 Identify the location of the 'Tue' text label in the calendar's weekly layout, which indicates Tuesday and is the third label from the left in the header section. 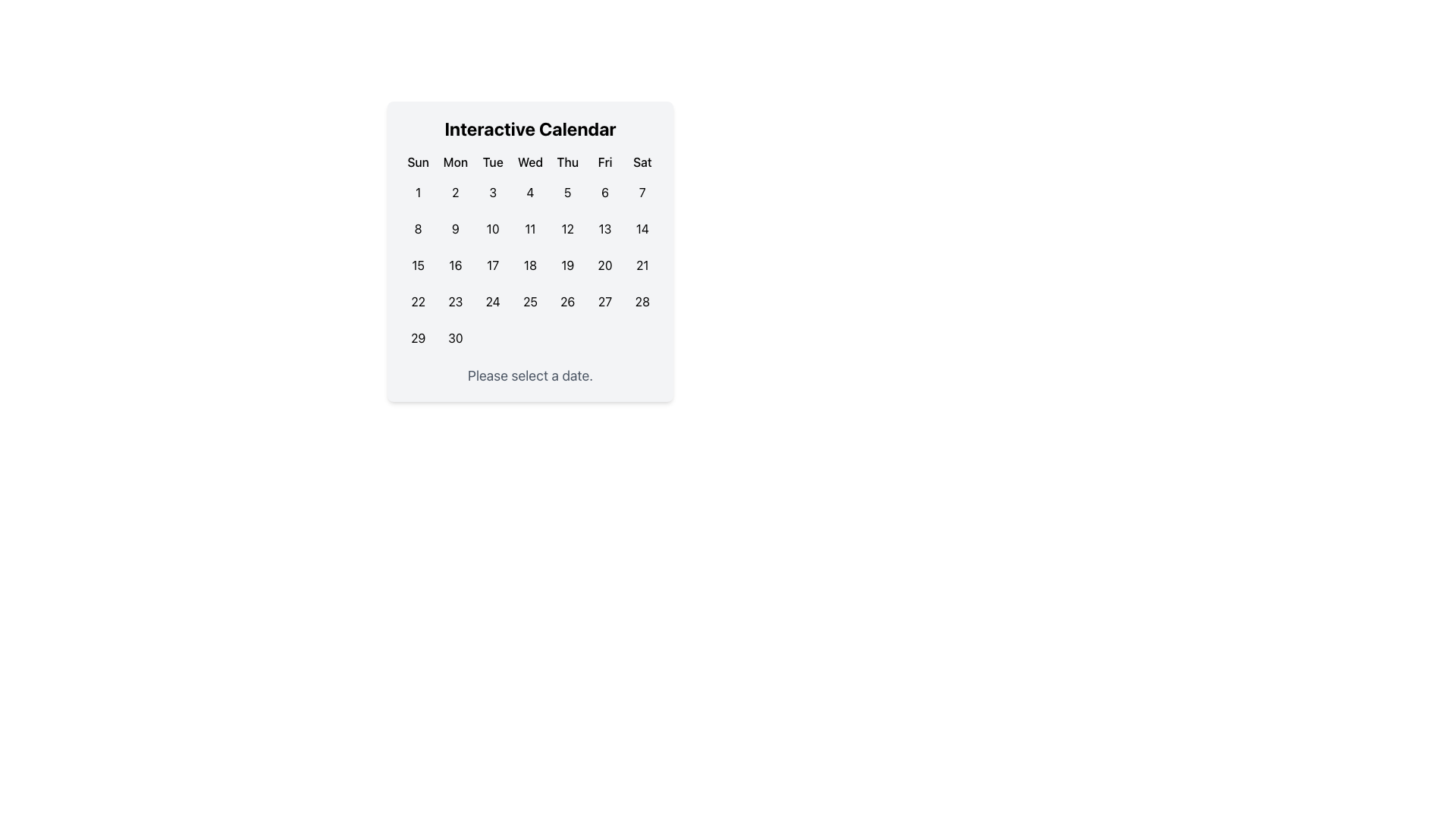
(493, 162).